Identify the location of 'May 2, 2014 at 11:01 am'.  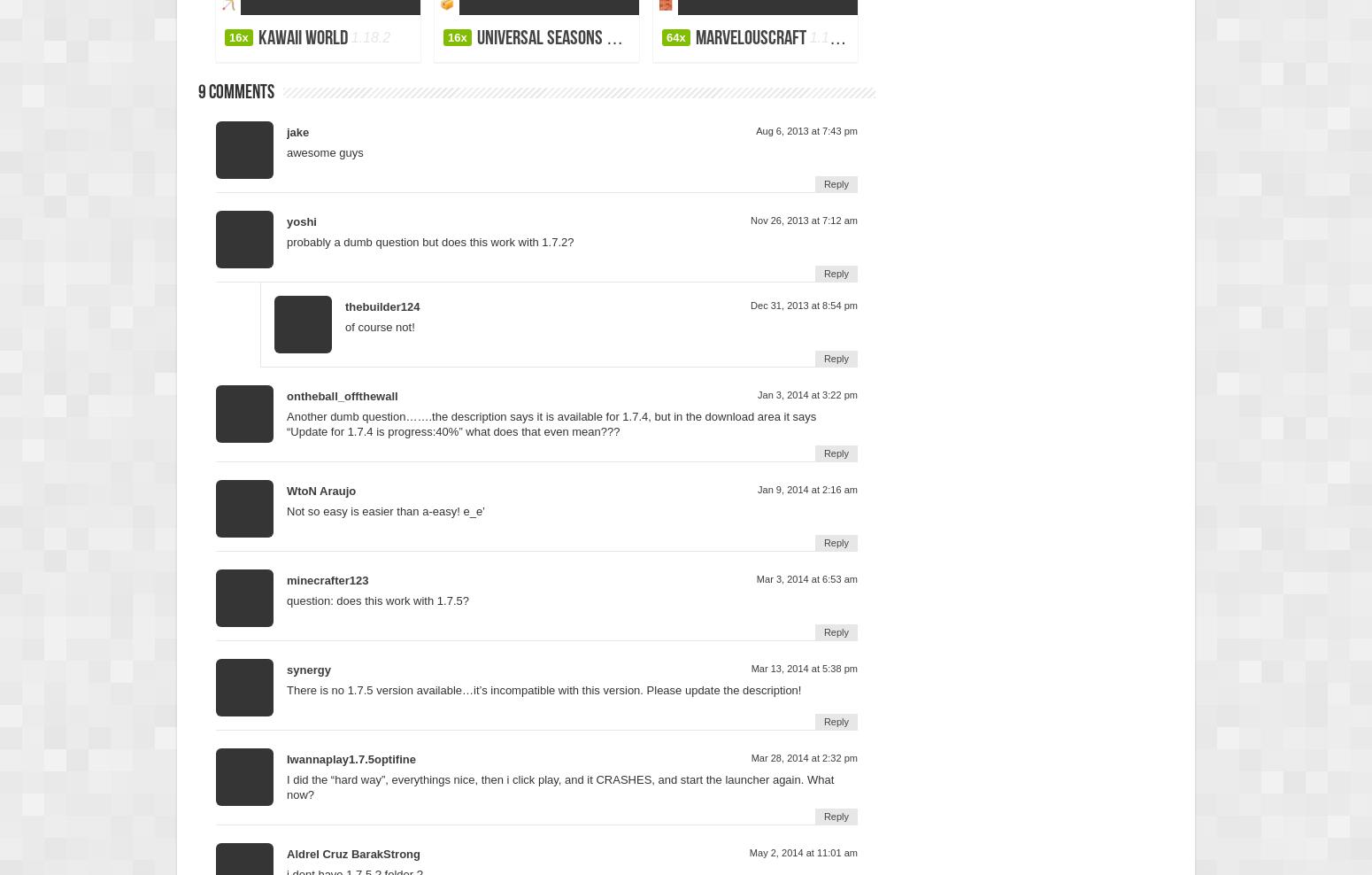
(803, 852).